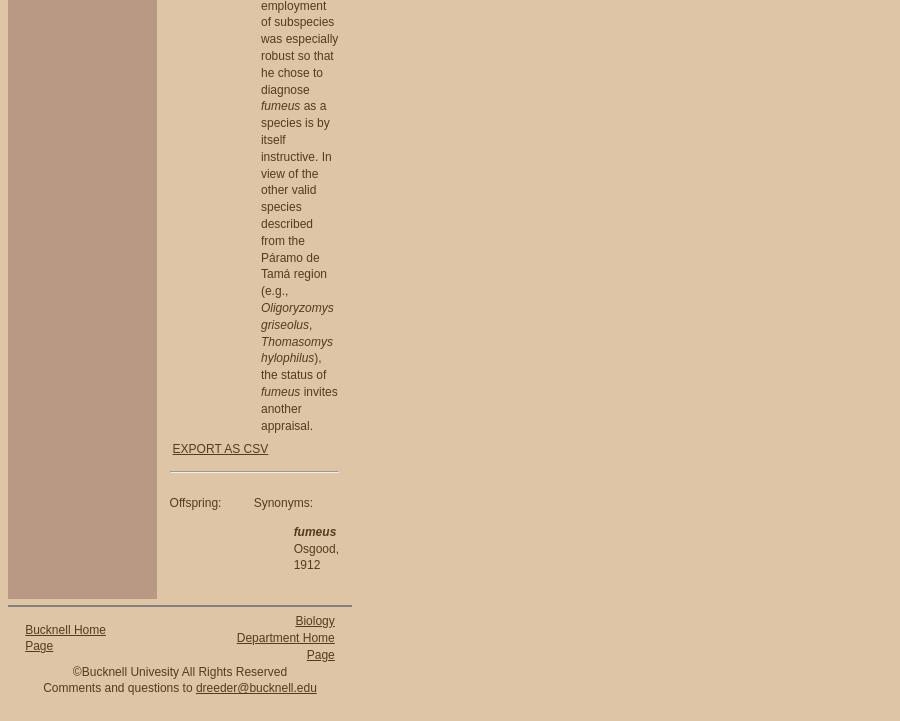 Image resolution: width=900 pixels, height=721 pixels. I want to click on ',', so click(306, 324).